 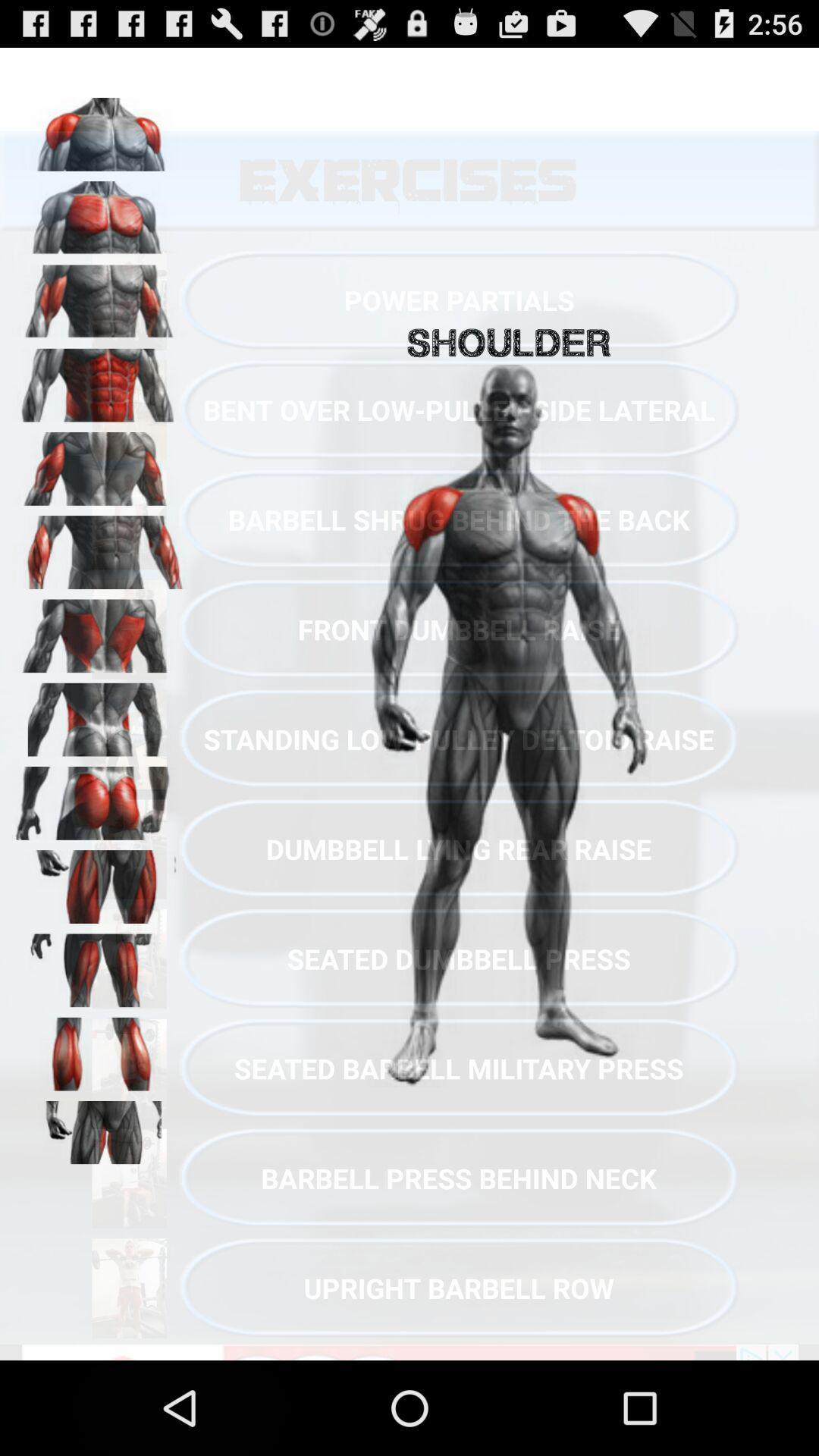 I want to click on show lower back, so click(x=99, y=714).